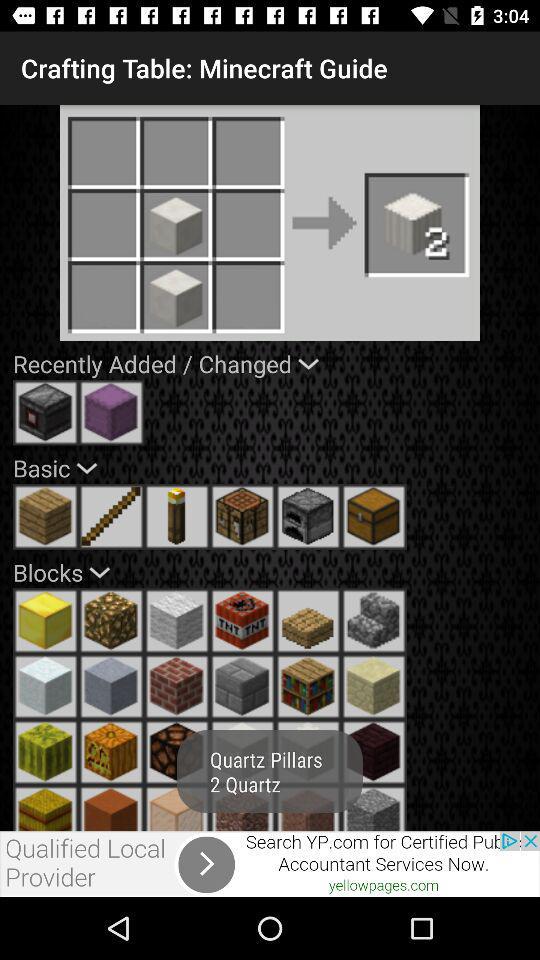  What do you see at coordinates (177, 620) in the screenshot?
I see `click the third block option` at bounding box center [177, 620].